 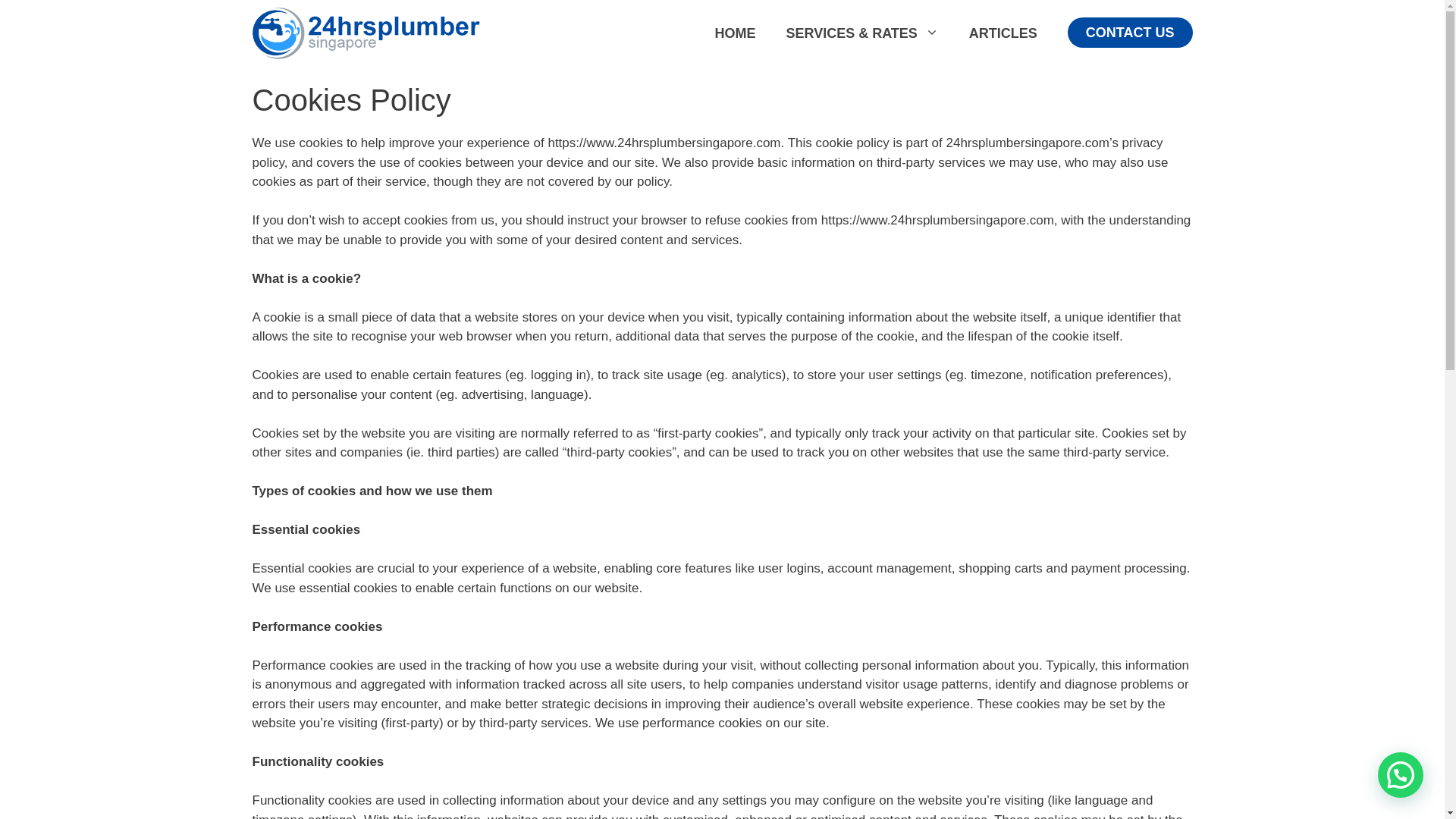 I want to click on 'SERVICES & RATES', so click(x=861, y=33).